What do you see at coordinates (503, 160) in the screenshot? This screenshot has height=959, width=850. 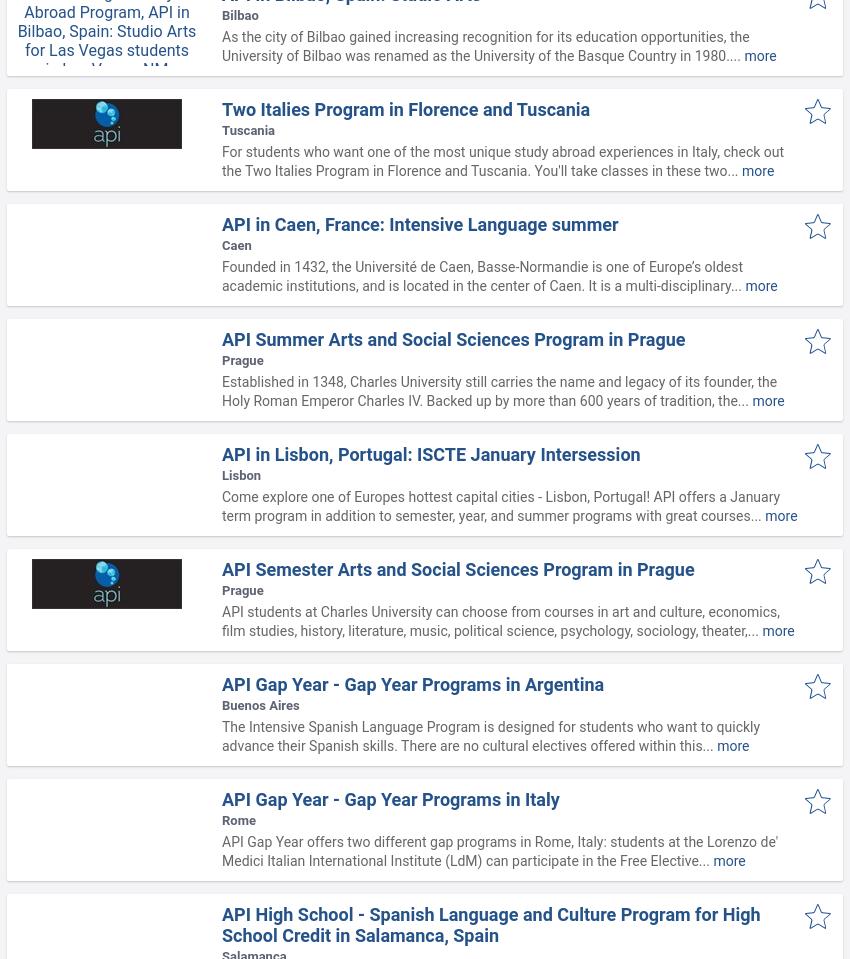 I see `'For students who want one of the most unique study abroad experiences in Italy, check out the Two Italies Program in Florence and Tuscania. You'll take classes in these two...'` at bounding box center [503, 160].